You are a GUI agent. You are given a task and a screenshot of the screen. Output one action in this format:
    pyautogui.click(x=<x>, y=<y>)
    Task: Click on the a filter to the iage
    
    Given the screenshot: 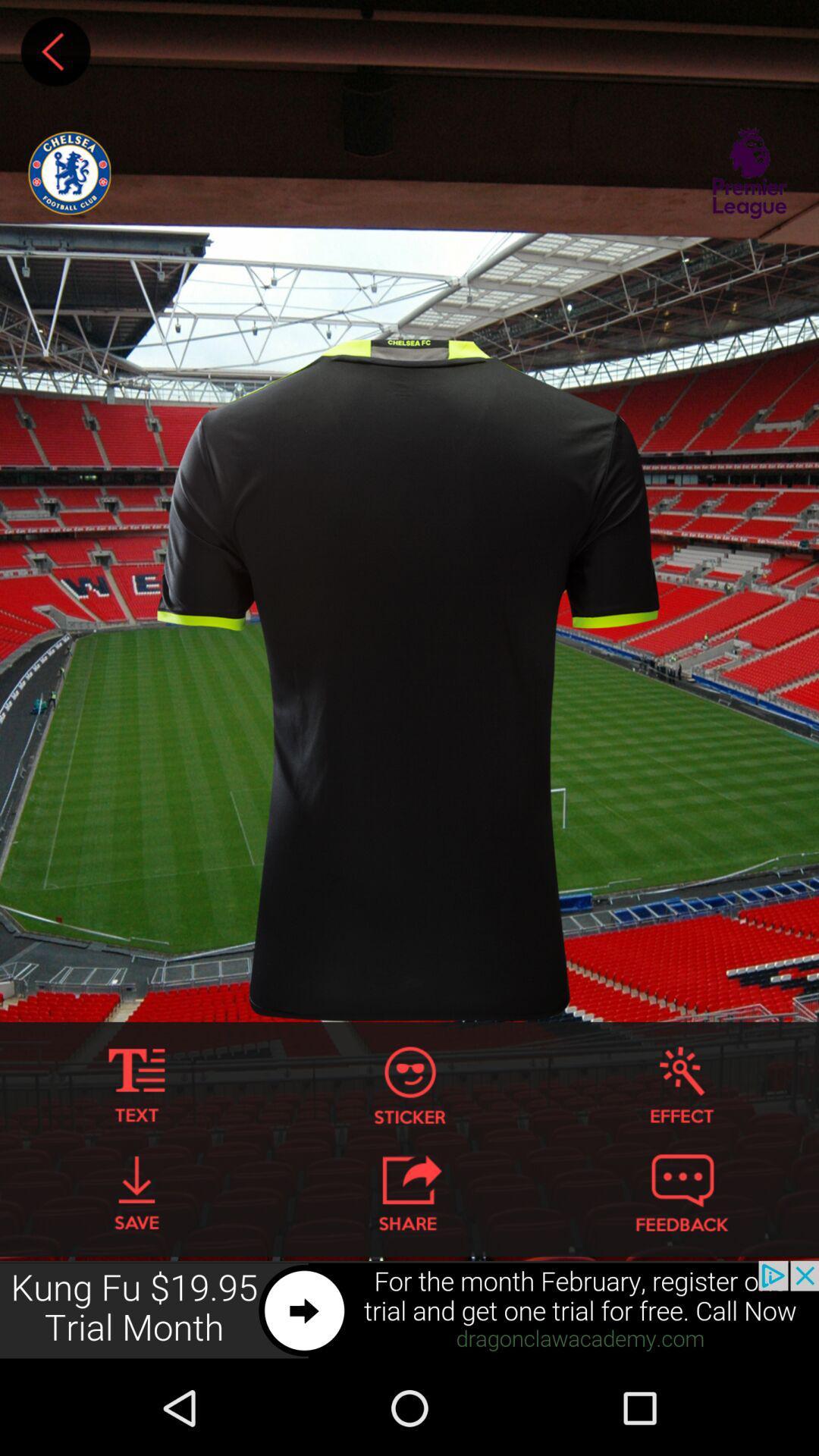 What is the action you would take?
    pyautogui.click(x=681, y=1084)
    